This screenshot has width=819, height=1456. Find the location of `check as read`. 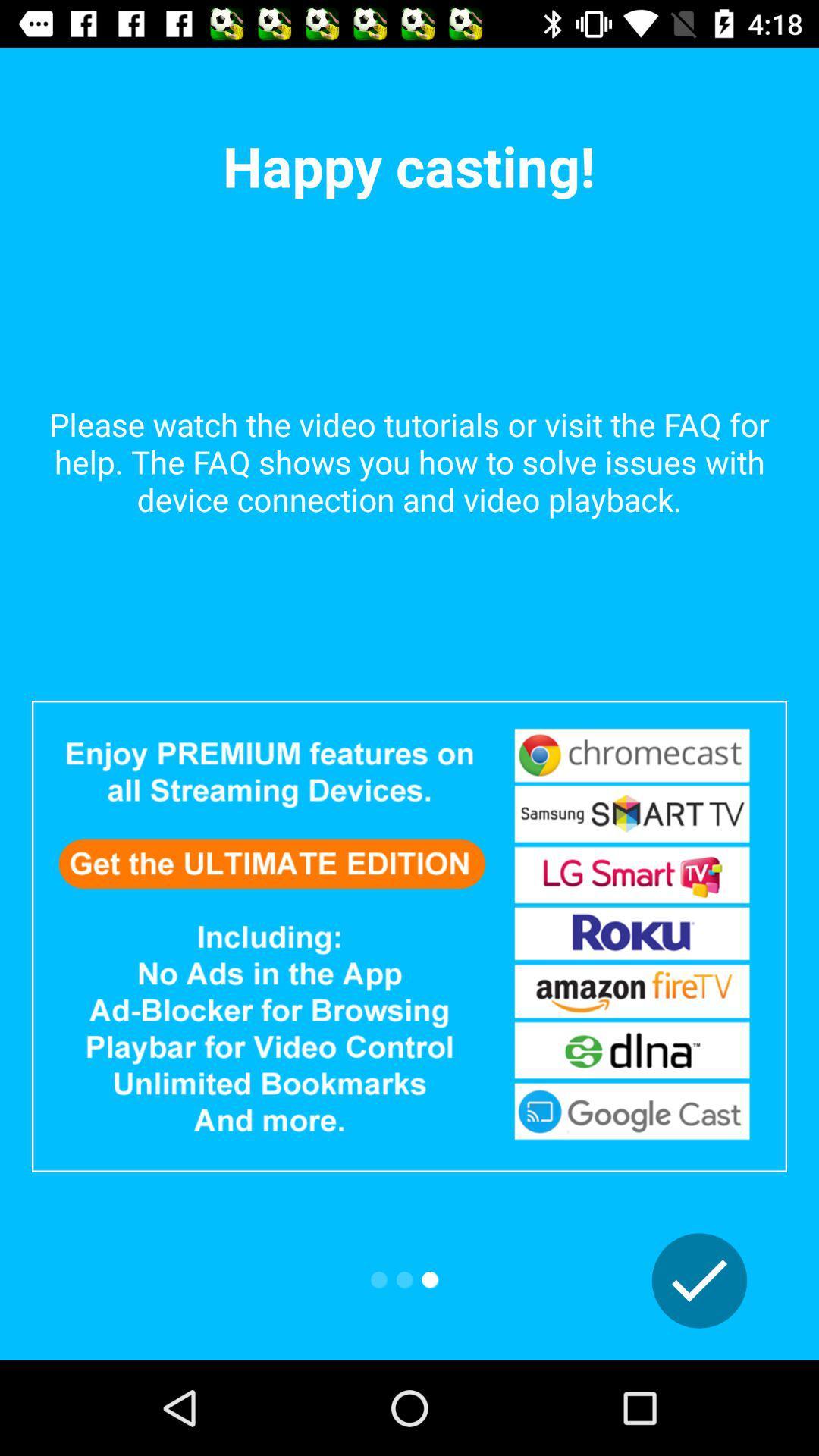

check as read is located at coordinates (699, 1280).